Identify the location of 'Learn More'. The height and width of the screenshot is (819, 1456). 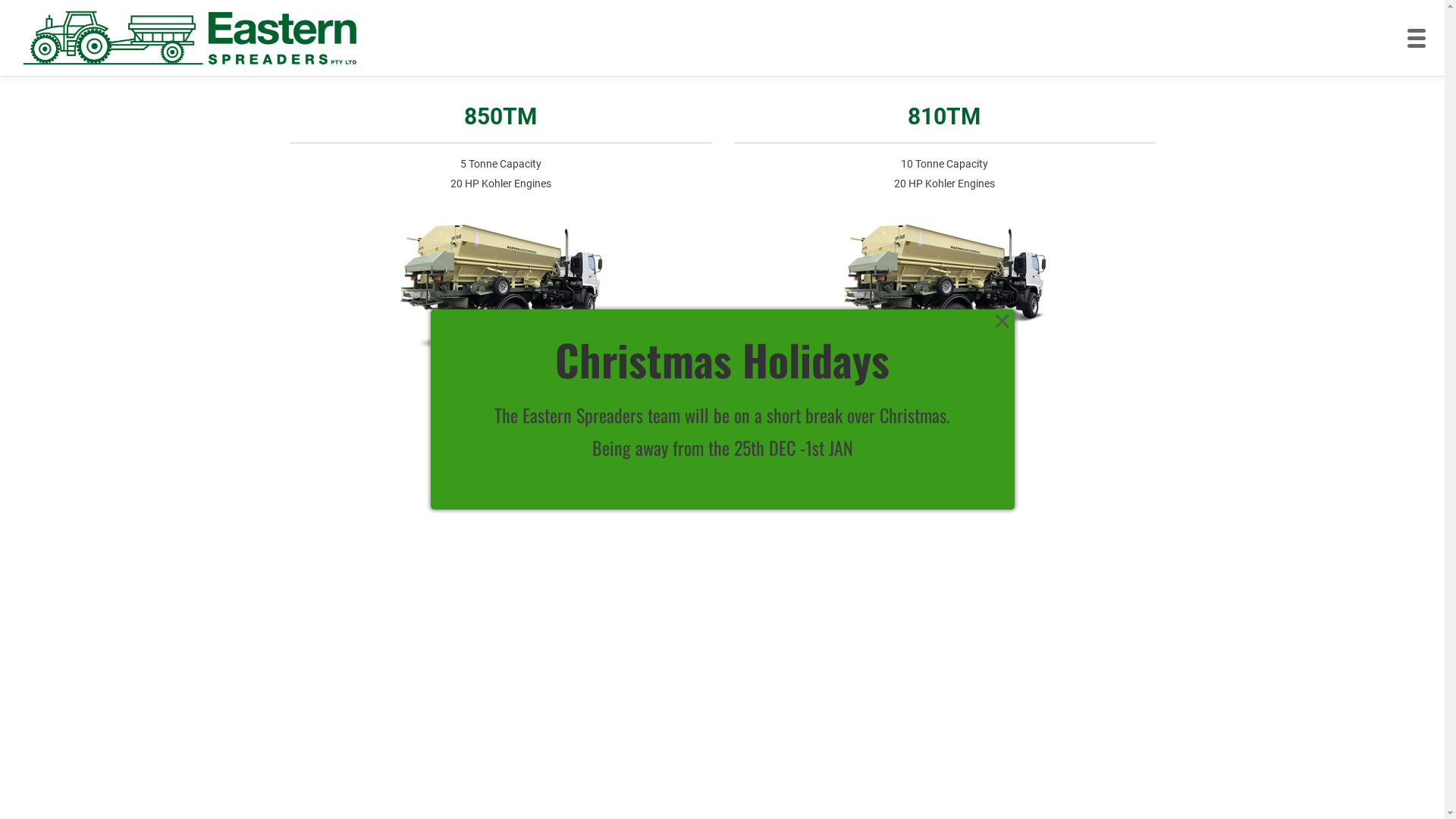
(500, 402).